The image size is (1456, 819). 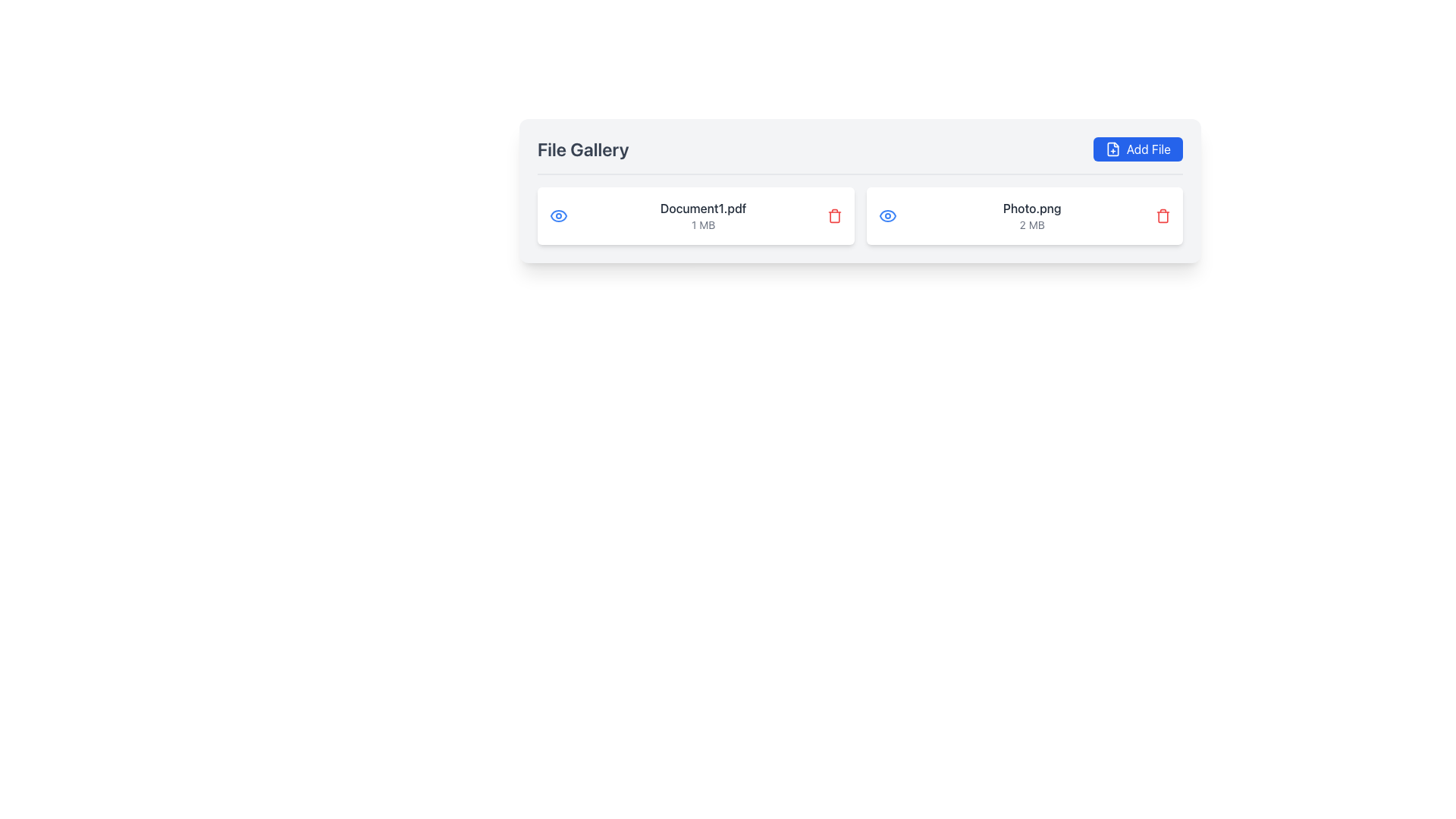 I want to click on the blue outlined eye-shaped icon located to the left of the file name 'Document1.pdf' in the first row of the file list, so click(x=887, y=216).